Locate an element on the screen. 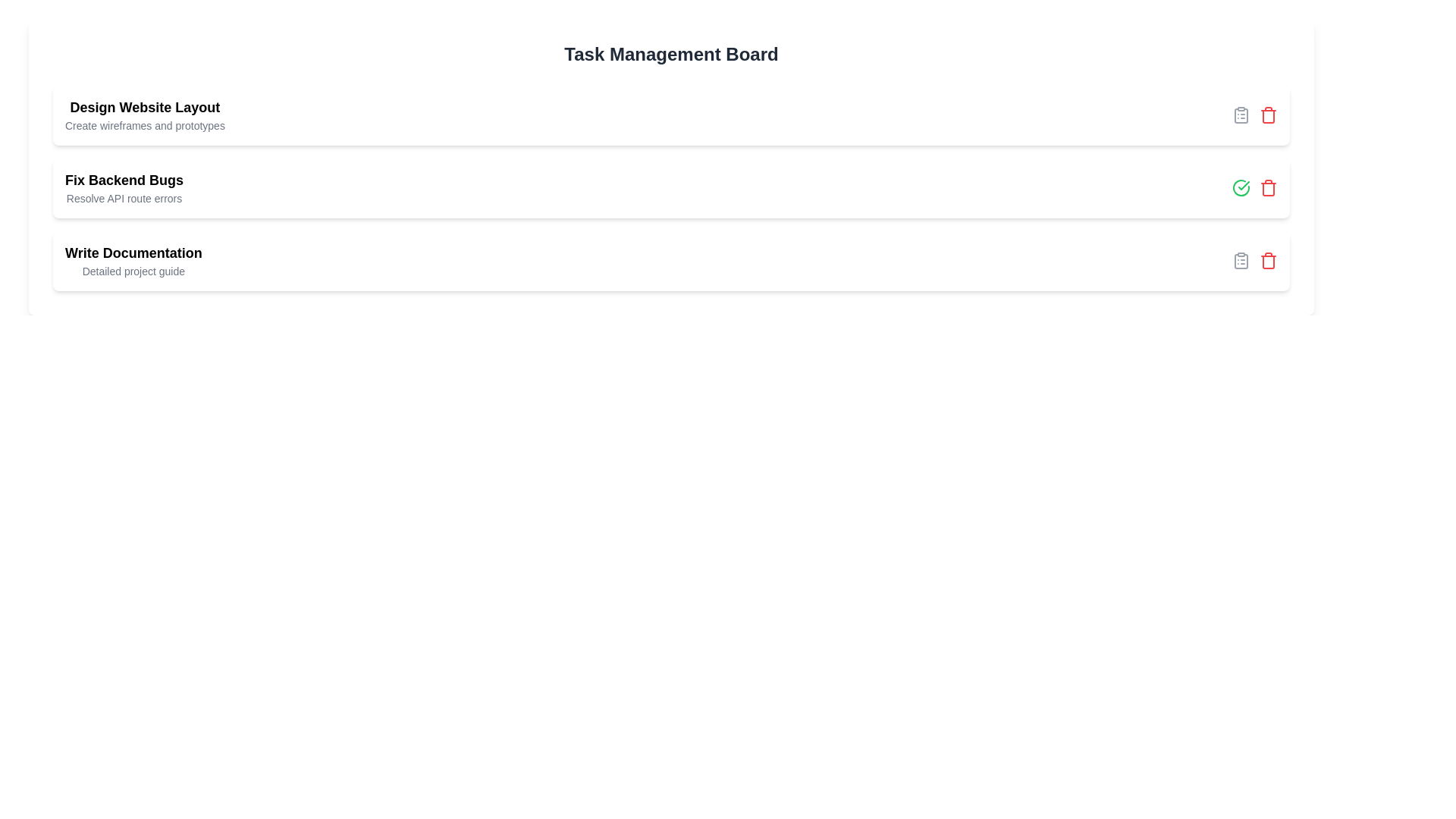 This screenshot has width=1456, height=819. the delete icon for the task titled 'Design Website Layout' is located at coordinates (1269, 114).